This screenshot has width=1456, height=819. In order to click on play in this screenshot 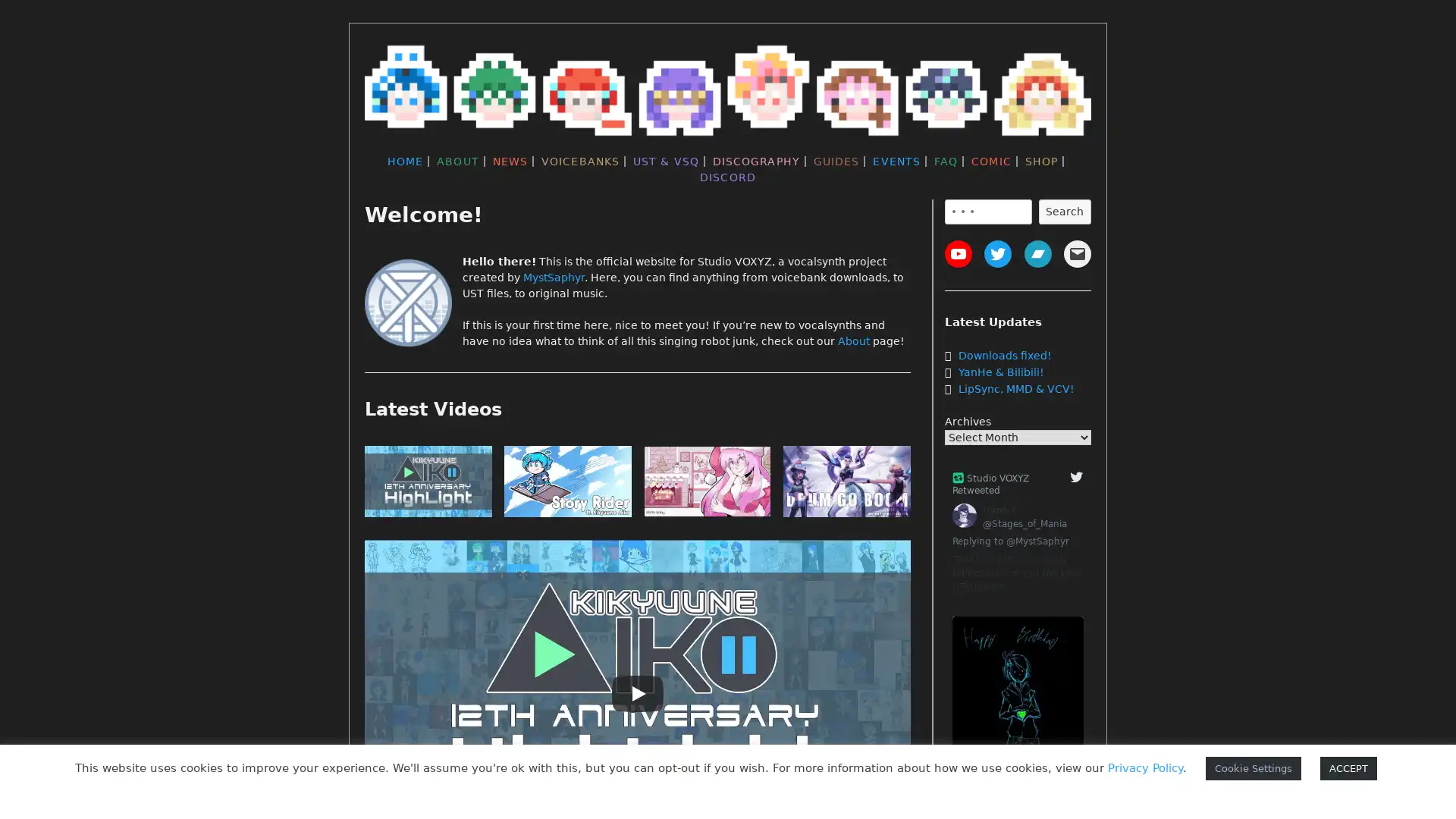, I will do `click(846, 485)`.